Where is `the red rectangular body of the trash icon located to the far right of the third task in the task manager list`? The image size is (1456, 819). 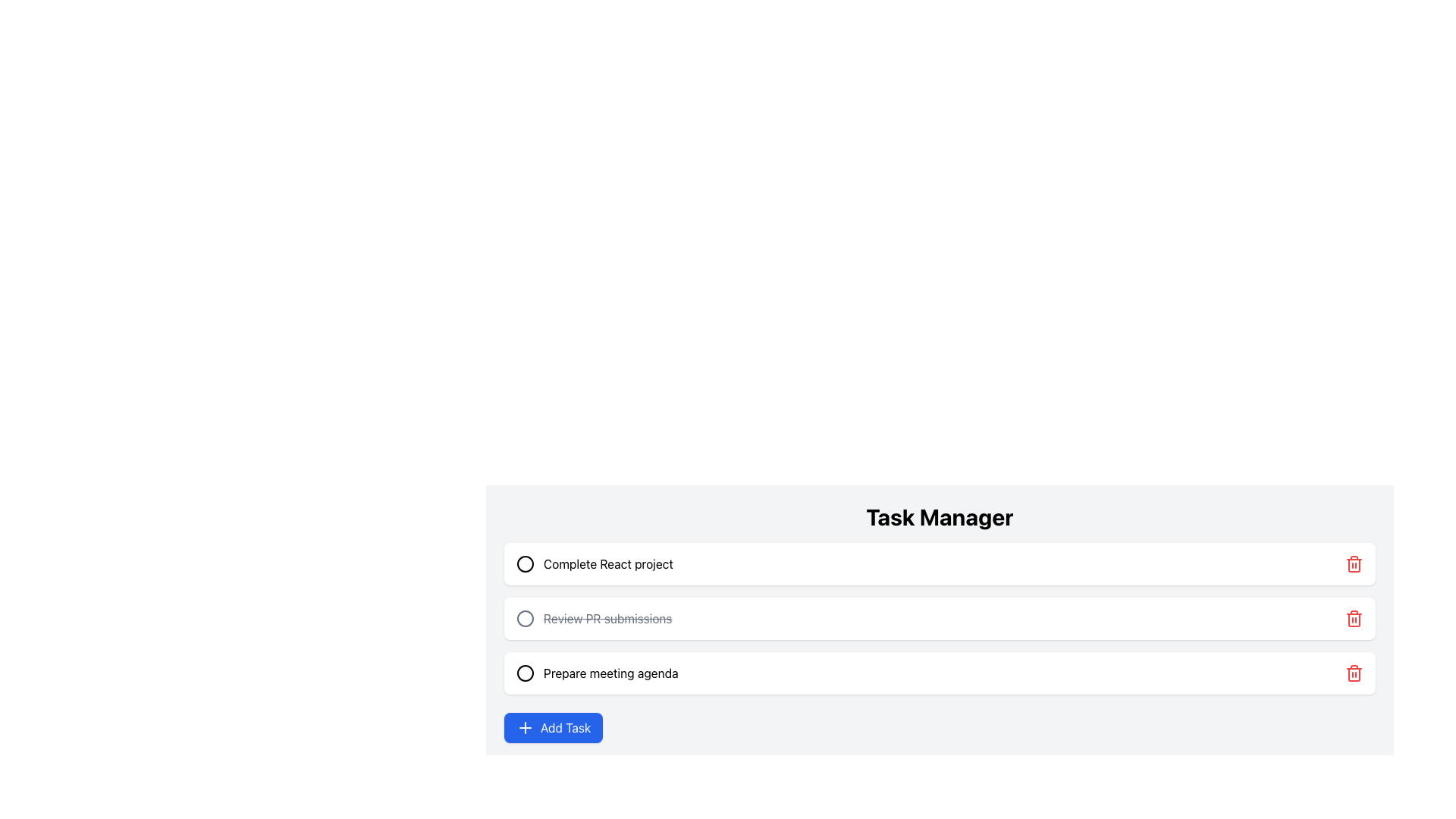
the red rectangular body of the trash icon located to the far right of the third task in the task manager list is located at coordinates (1354, 620).